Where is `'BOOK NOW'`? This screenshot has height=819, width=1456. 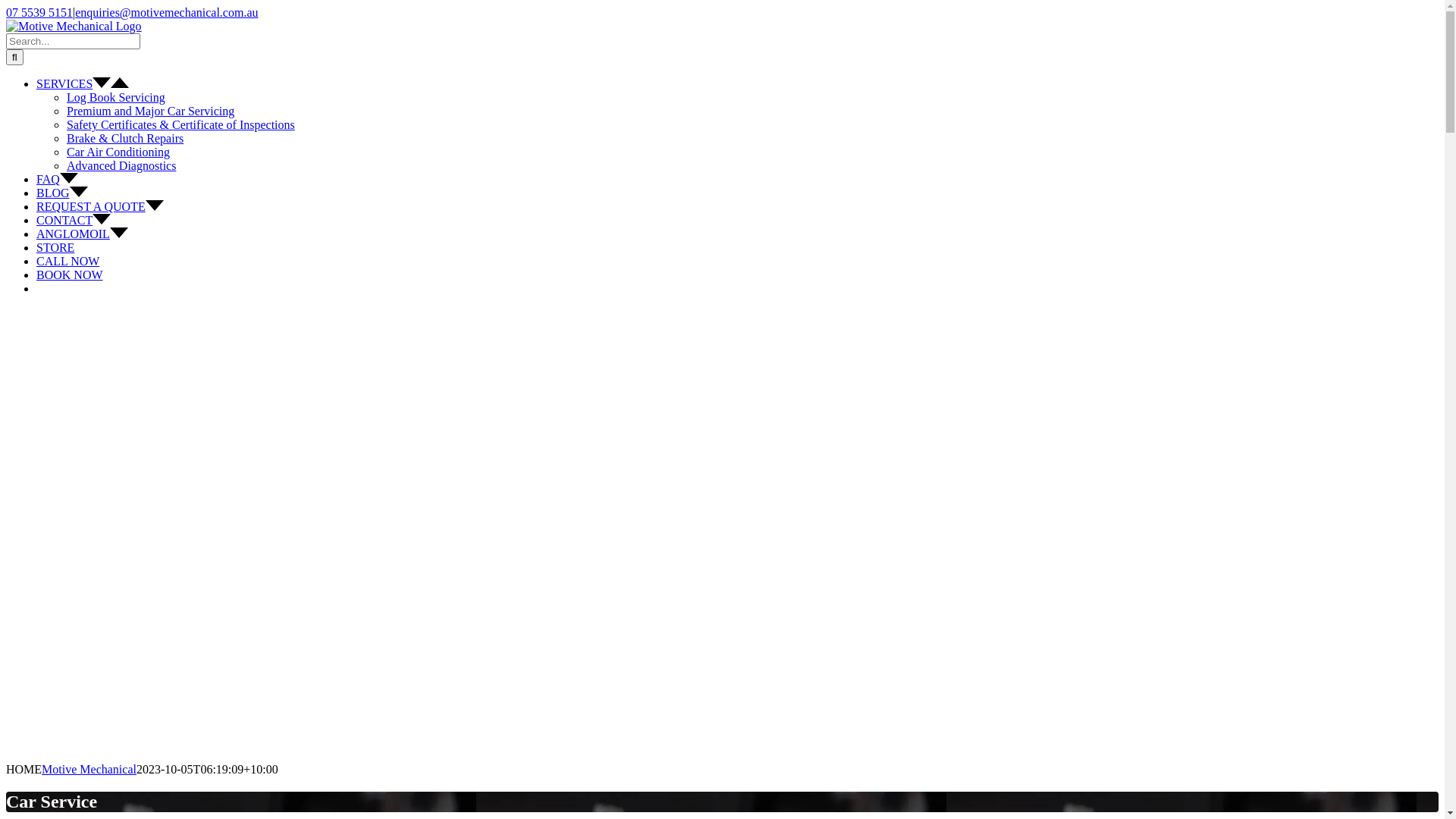 'BOOK NOW' is located at coordinates (68, 275).